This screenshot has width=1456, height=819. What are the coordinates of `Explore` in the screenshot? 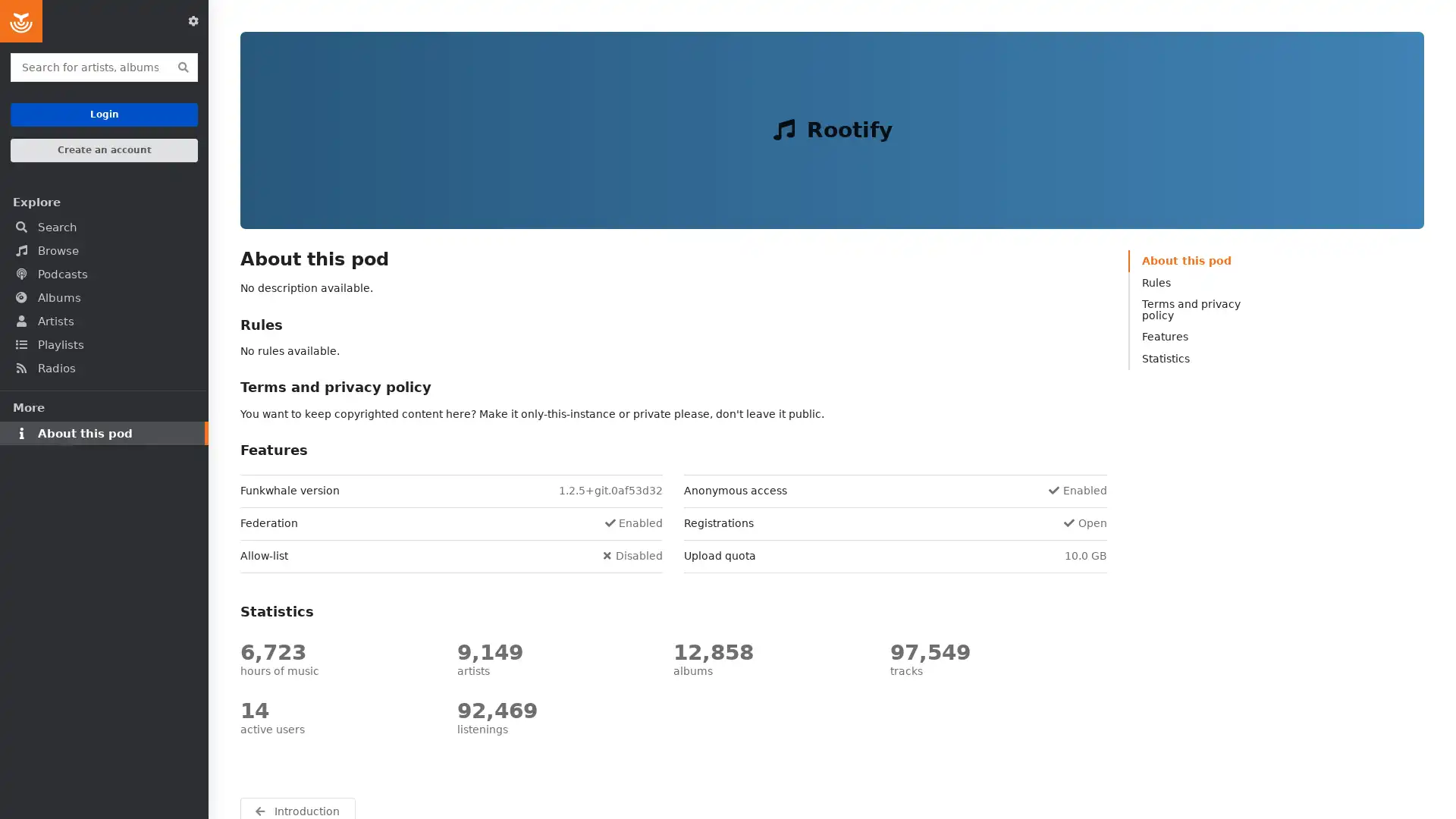 It's located at (103, 201).